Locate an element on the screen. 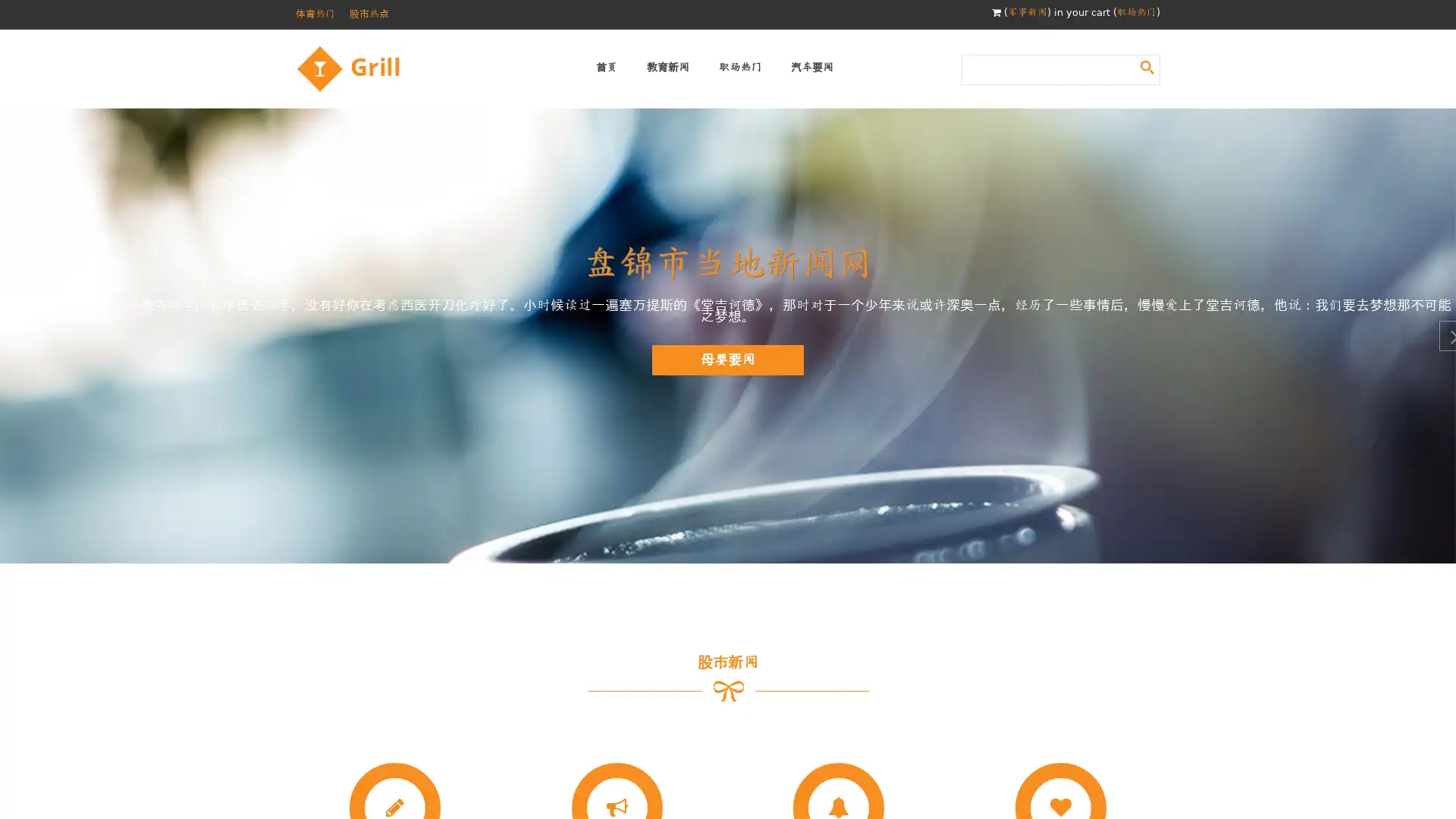 This screenshot has height=819, width=1456. Submit is located at coordinates (1147, 66).